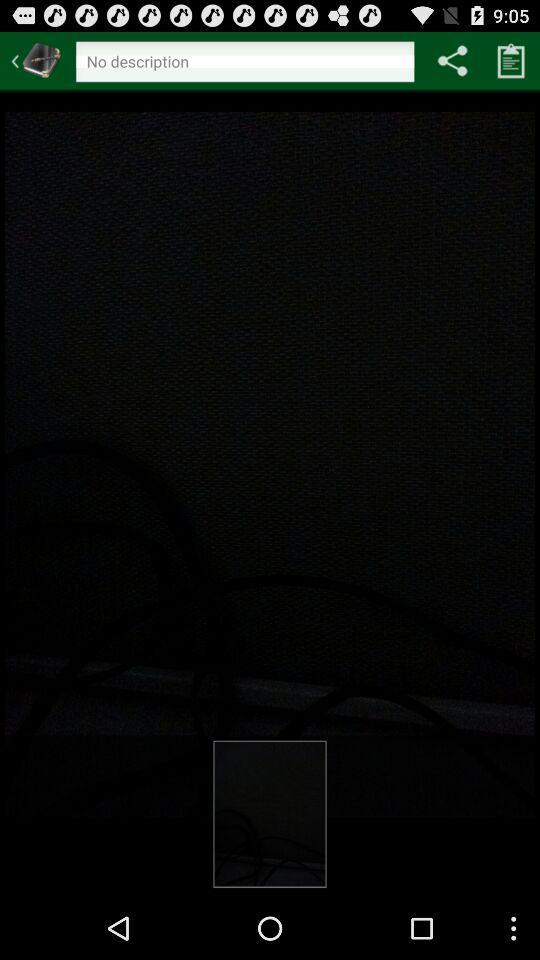  I want to click on text imput for search, so click(245, 64).